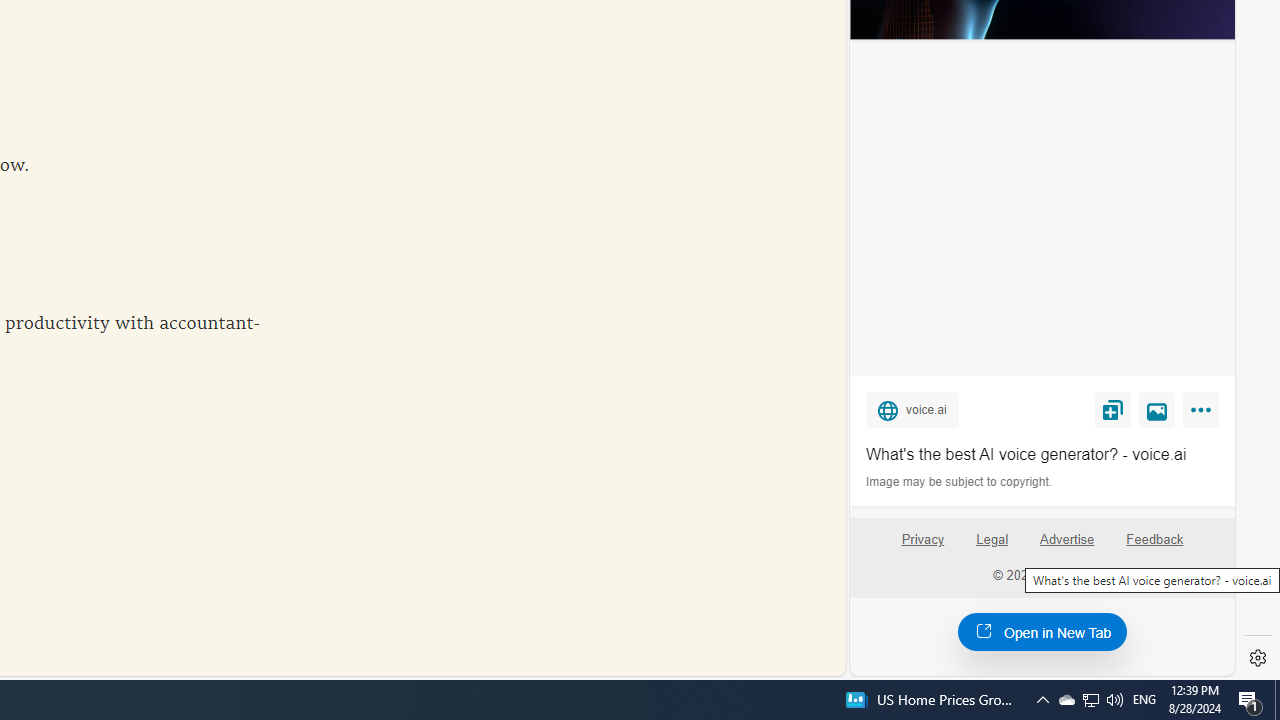 This screenshot has height=720, width=1280. What do you see at coordinates (1157, 408) in the screenshot?
I see `'View image'` at bounding box center [1157, 408].